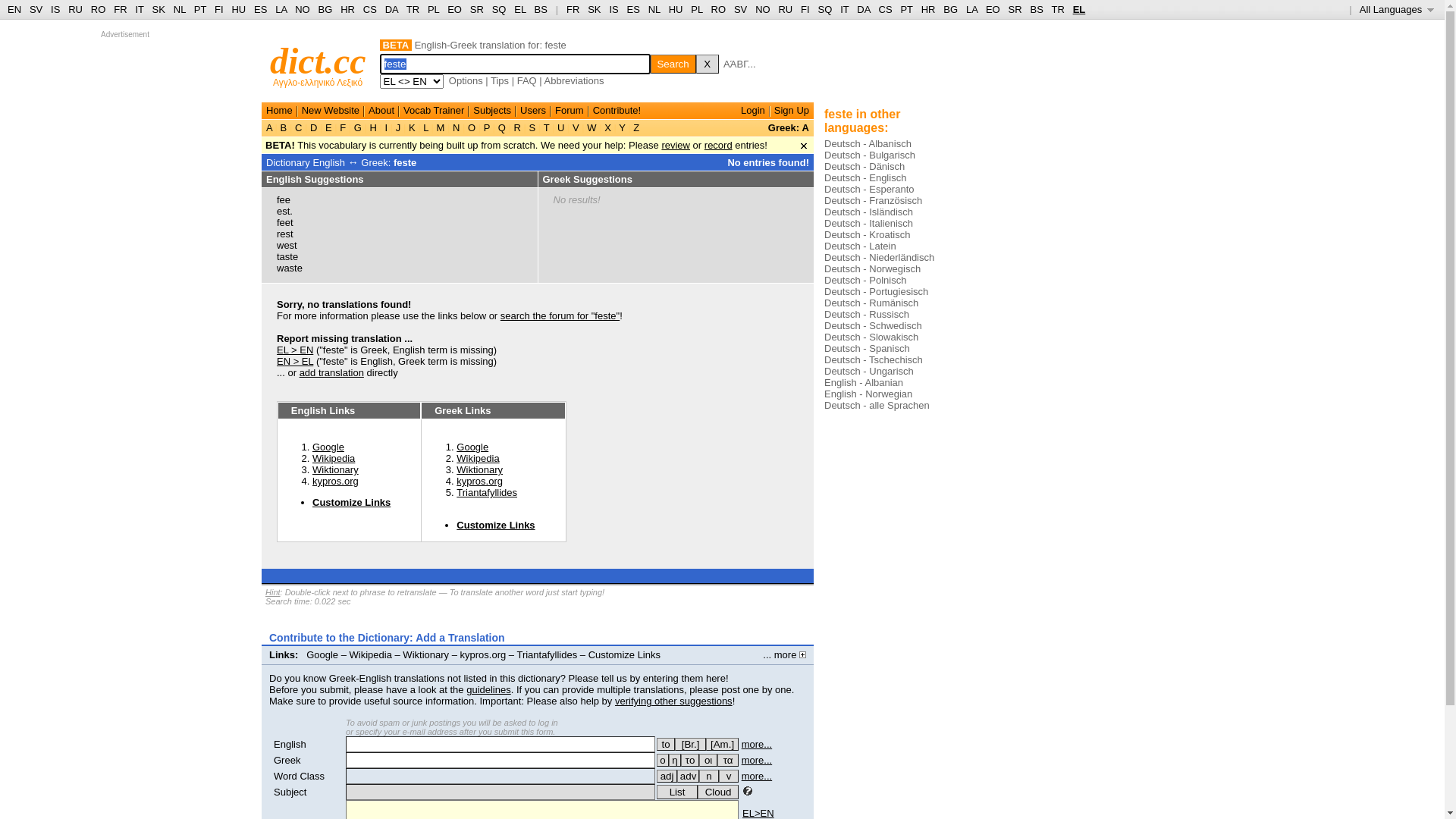 Image resolution: width=1456 pixels, height=819 pixels. Describe the element at coordinates (866, 313) in the screenshot. I see `'Deutsch - Russisch'` at that location.